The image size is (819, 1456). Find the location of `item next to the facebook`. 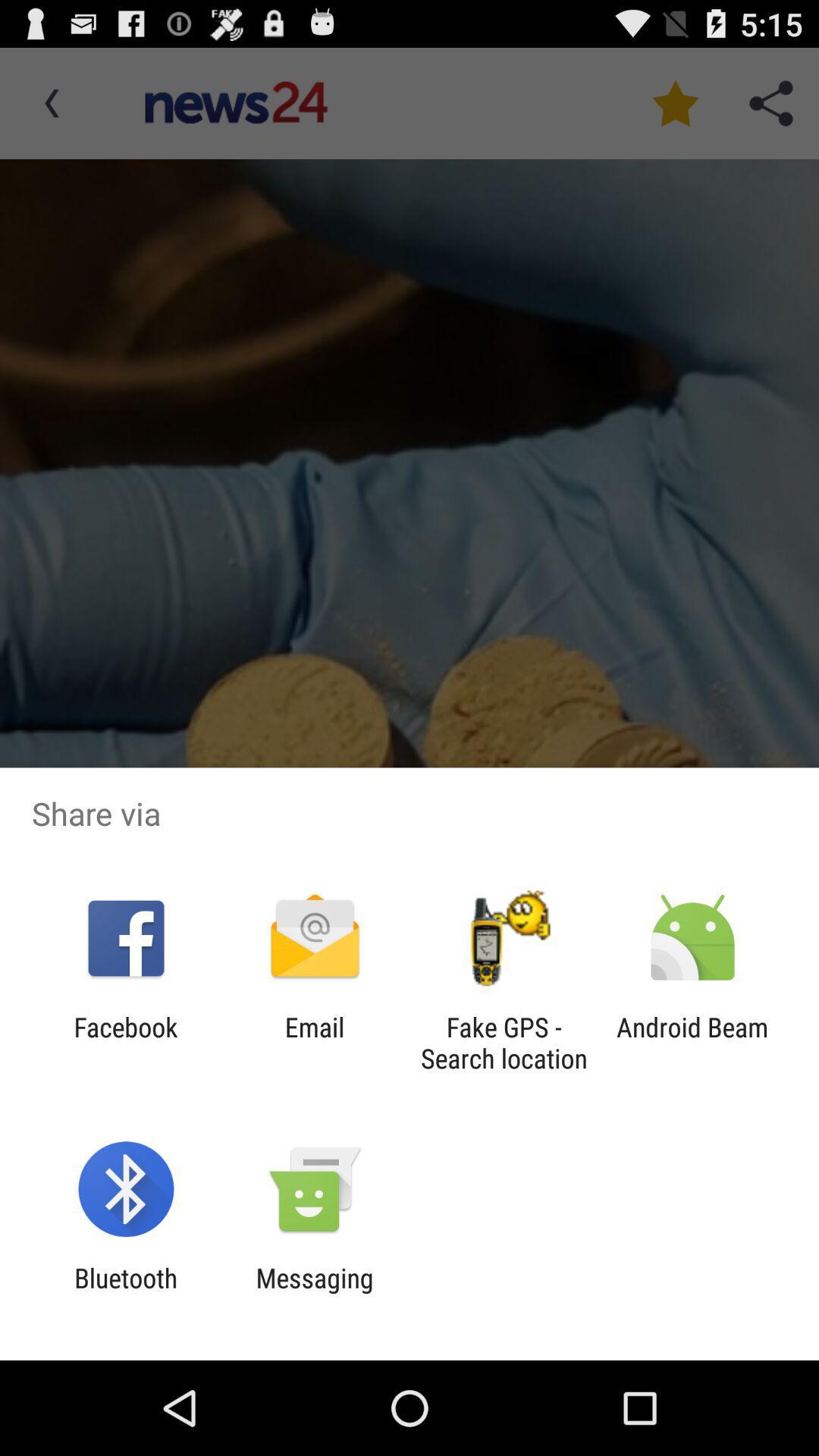

item next to the facebook is located at coordinates (314, 1042).